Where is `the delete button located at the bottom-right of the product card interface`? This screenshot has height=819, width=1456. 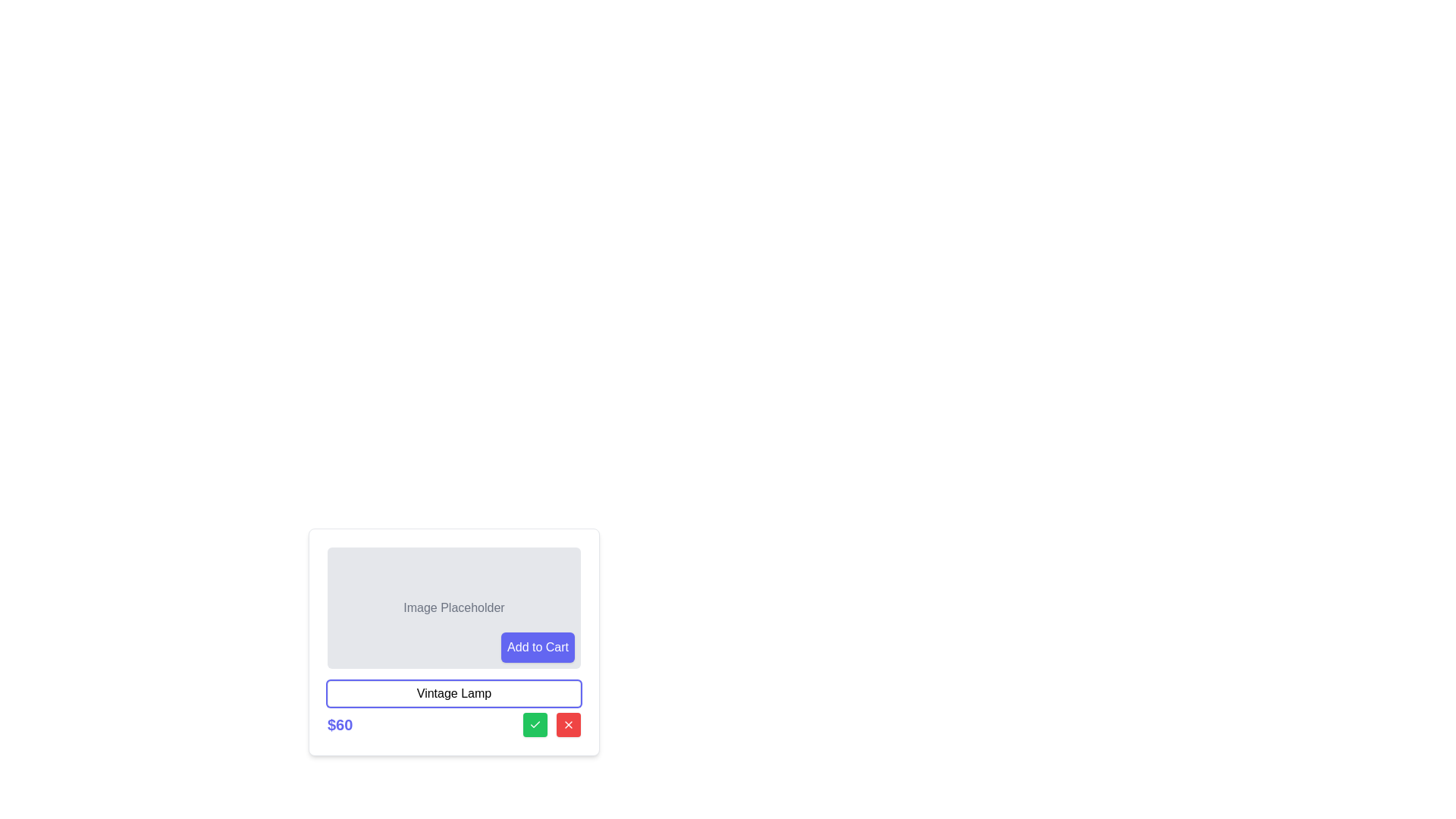
the delete button located at the bottom-right of the product card interface is located at coordinates (567, 724).